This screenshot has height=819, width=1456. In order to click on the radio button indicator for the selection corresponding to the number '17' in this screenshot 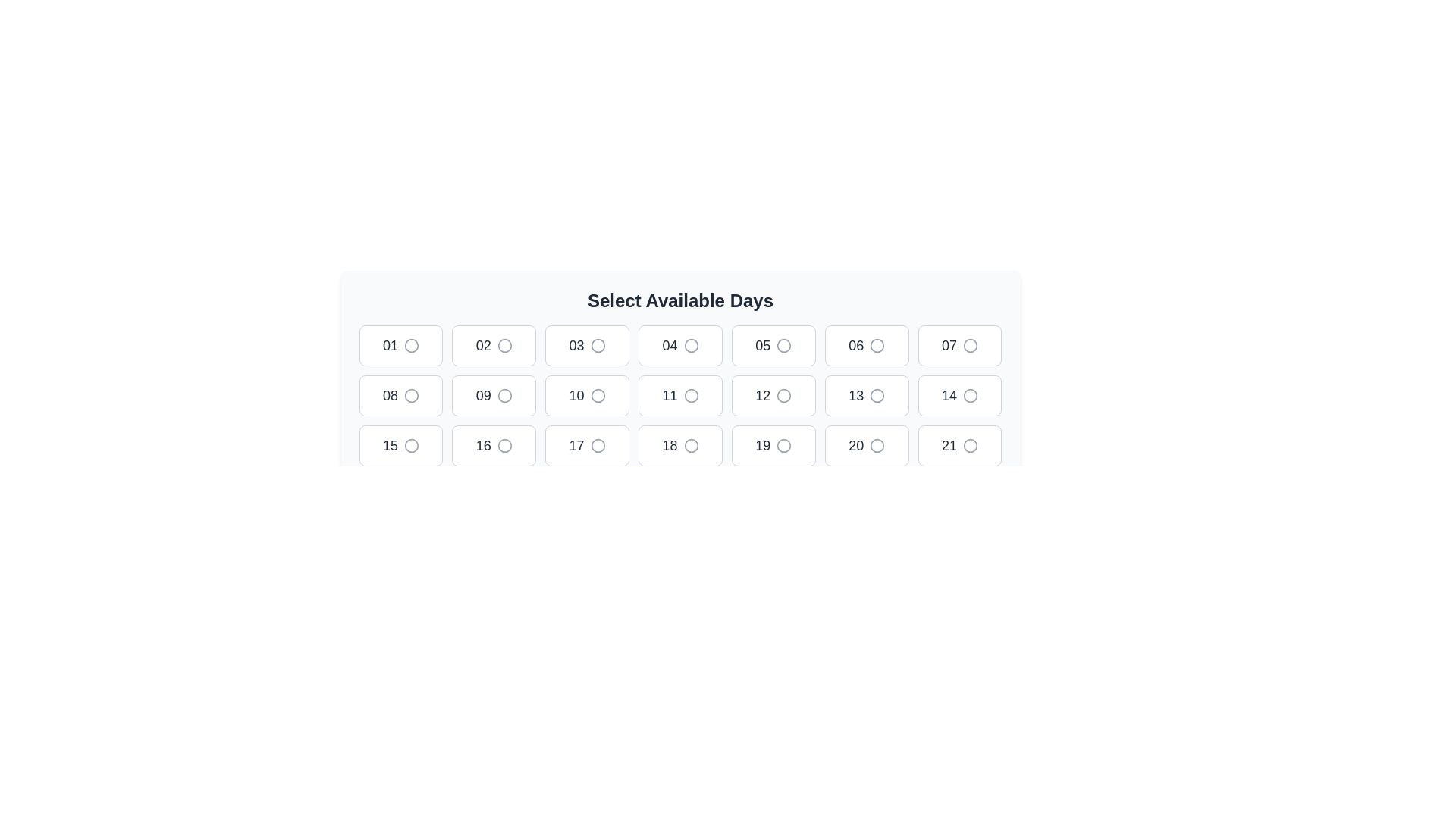, I will do `click(597, 444)`.